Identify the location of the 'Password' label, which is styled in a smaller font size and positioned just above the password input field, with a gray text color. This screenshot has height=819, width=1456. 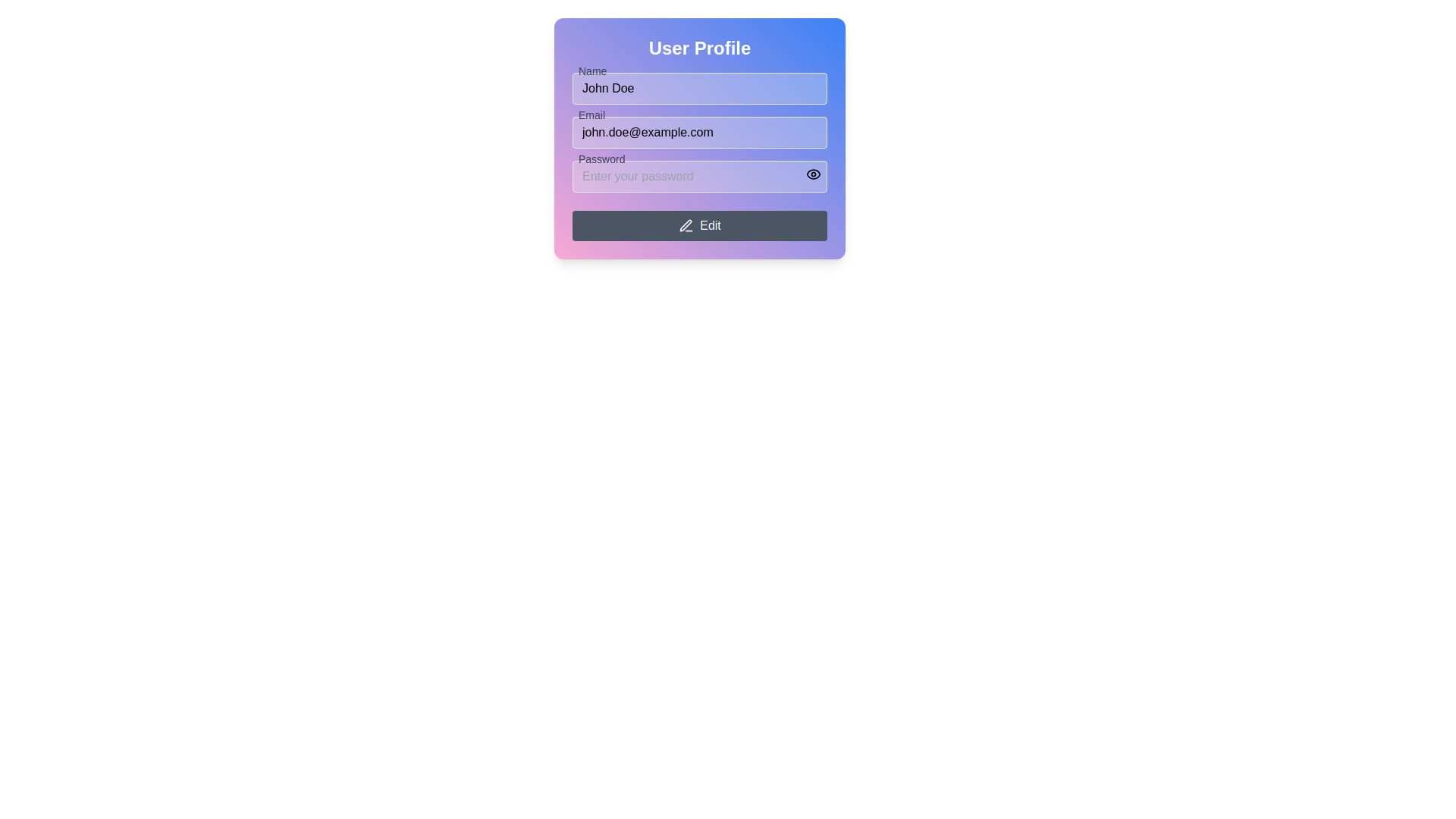
(601, 158).